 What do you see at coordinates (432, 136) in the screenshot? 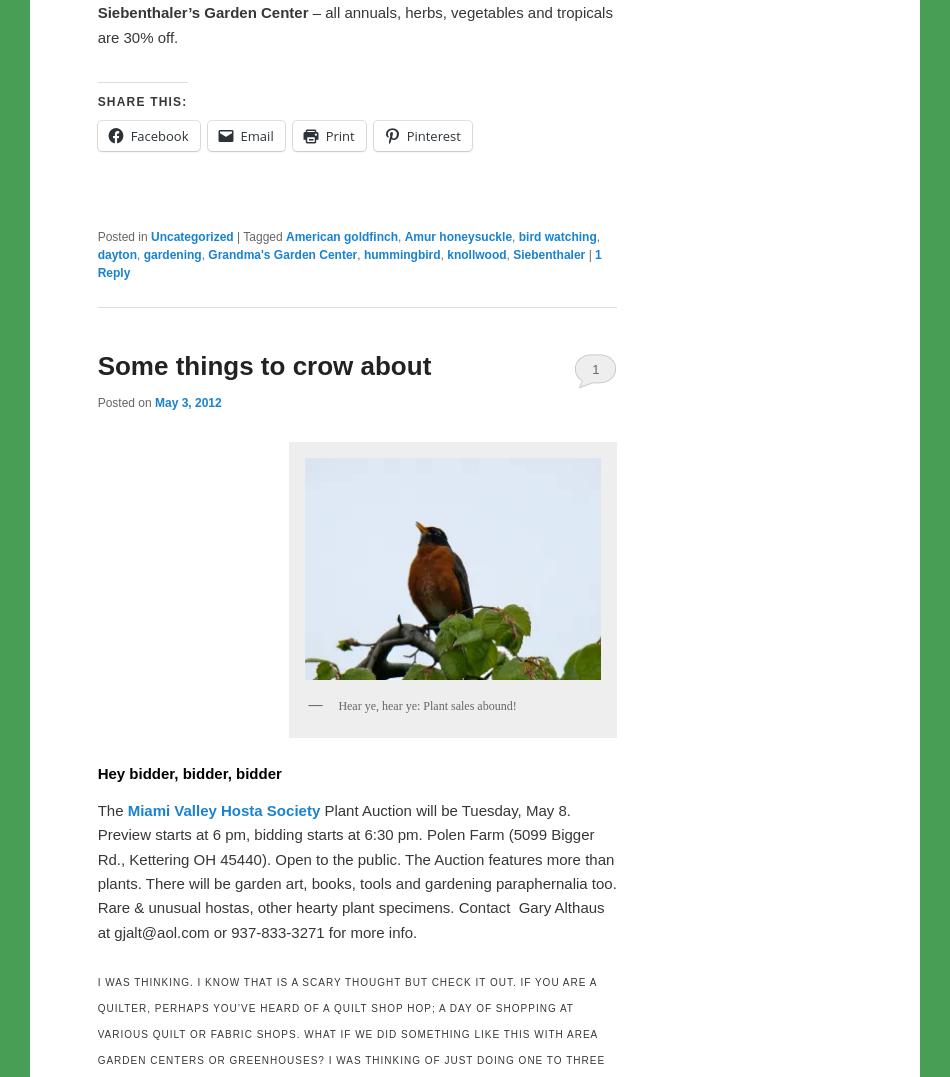
I see `'Pinterest'` at bounding box center [432, 136].